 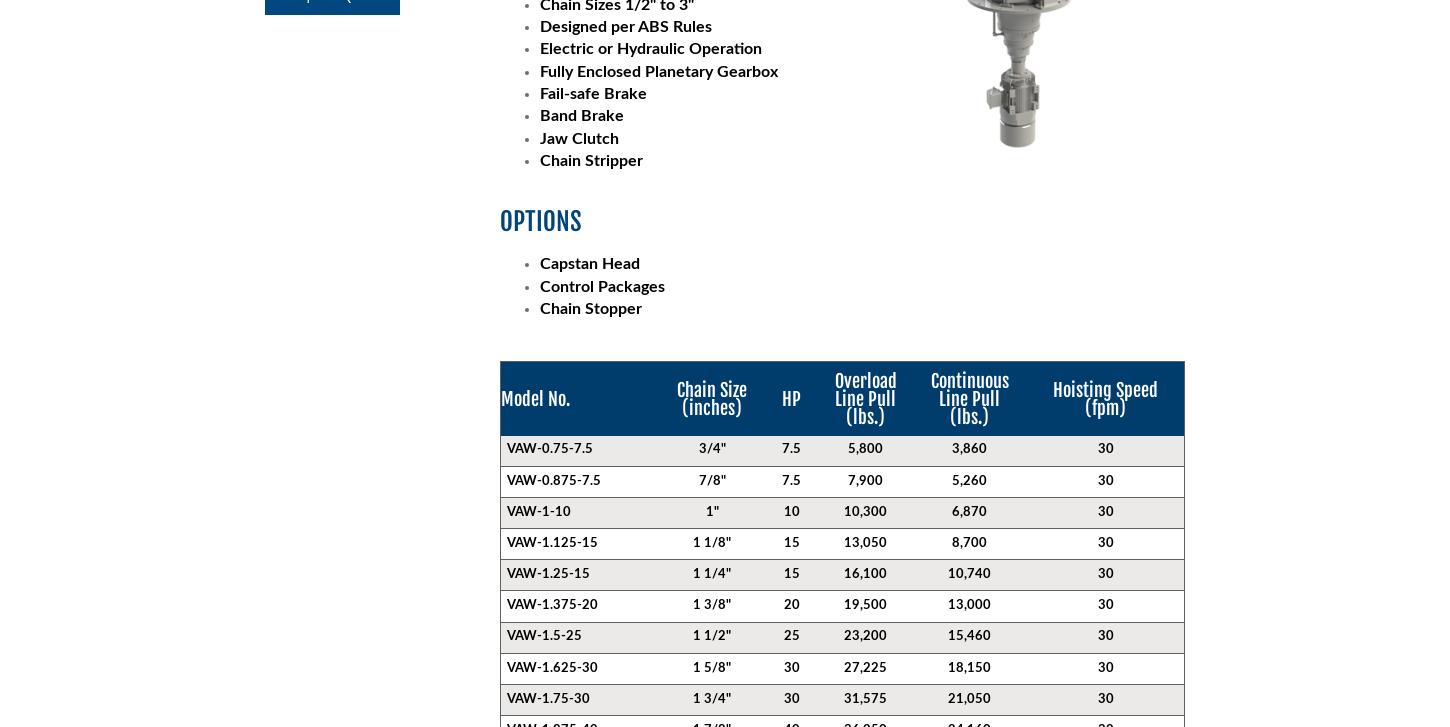 I want to click on '3/4"', so click(x=697, y=448).